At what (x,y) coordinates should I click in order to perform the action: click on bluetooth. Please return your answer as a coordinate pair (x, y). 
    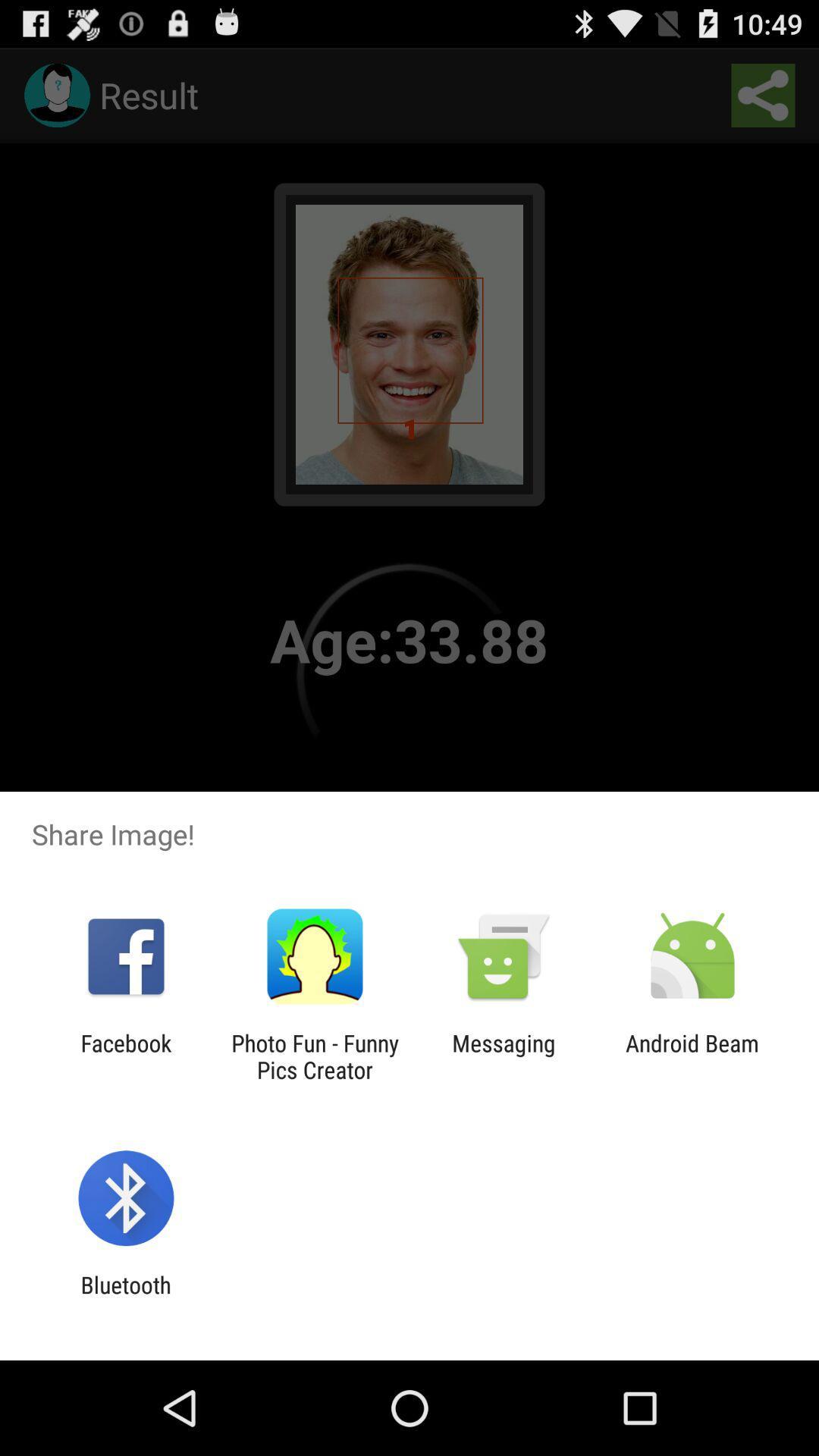
    Looking at the image, I should click on (125, 1298).